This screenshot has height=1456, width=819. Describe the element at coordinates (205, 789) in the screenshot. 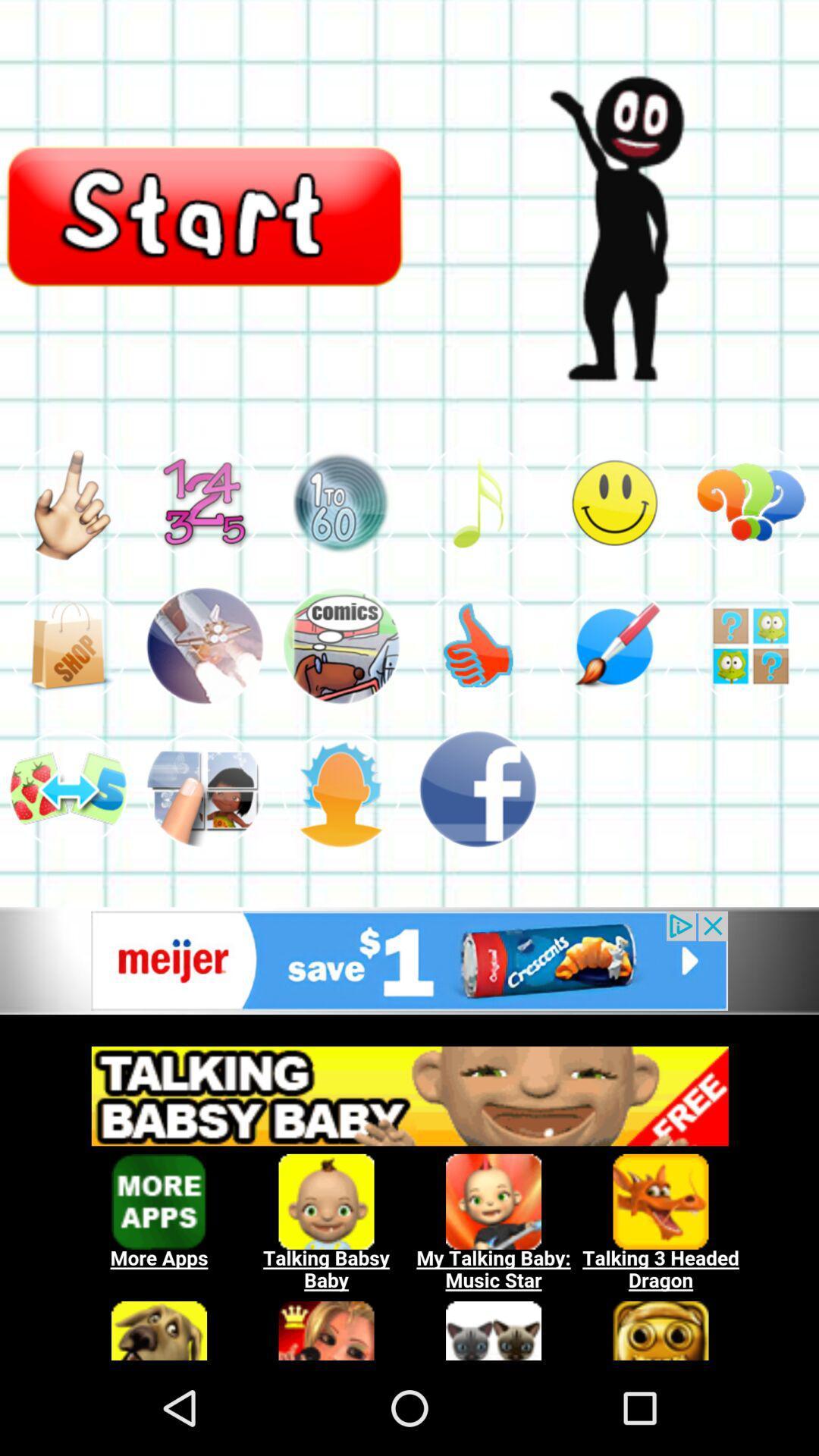

I see `group option` at that location.